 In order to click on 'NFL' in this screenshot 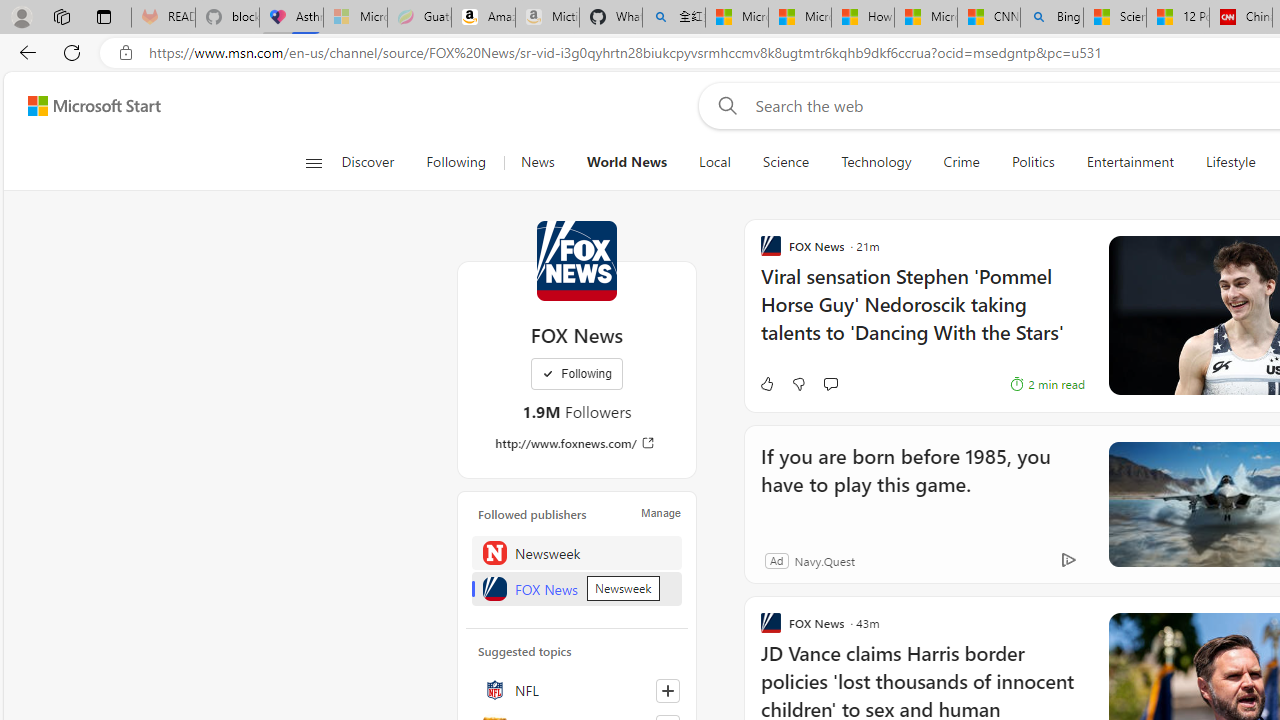, I will do `click(576, 689)`.